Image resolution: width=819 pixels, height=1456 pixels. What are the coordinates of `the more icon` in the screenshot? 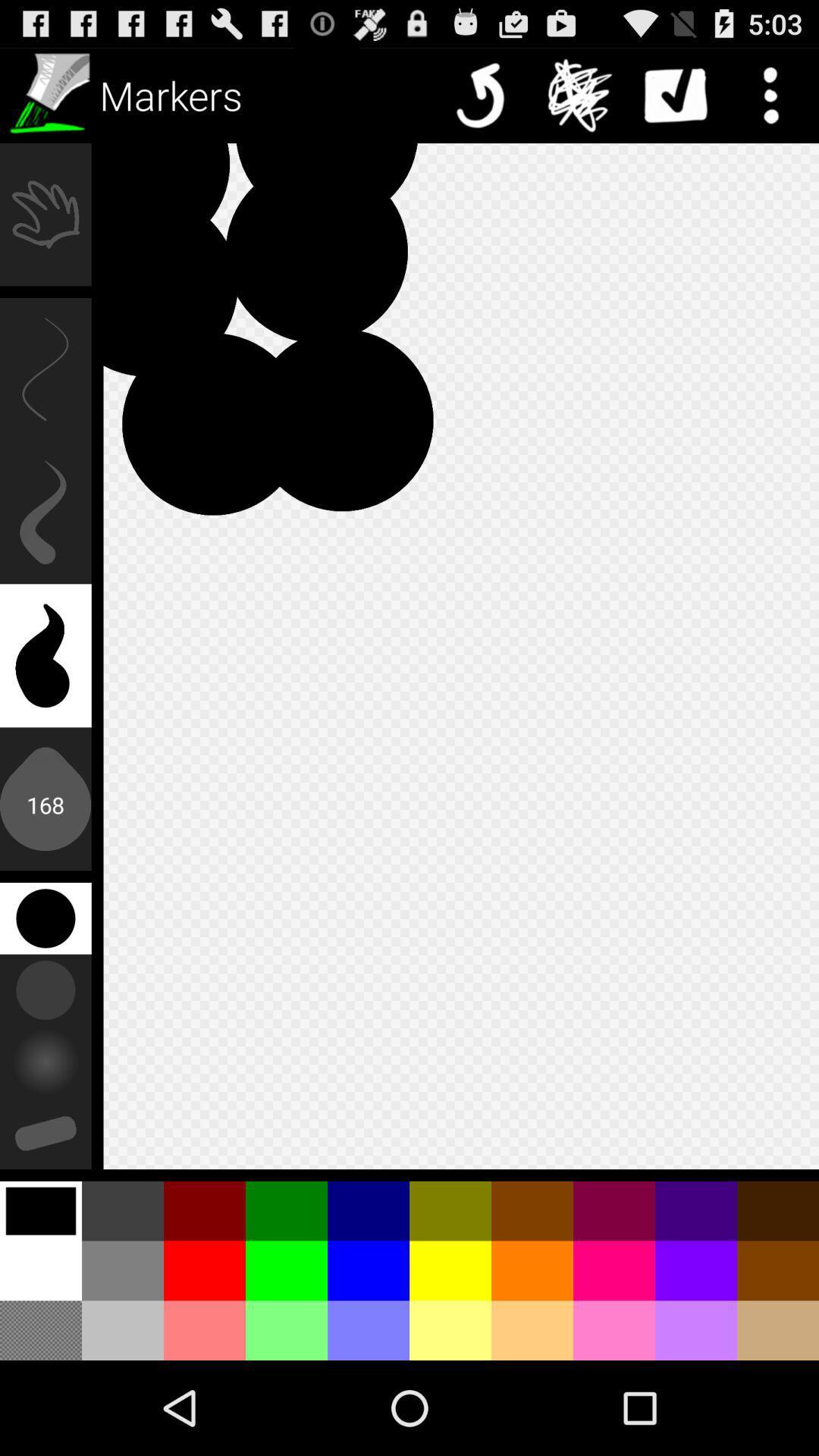 It's located at (771, 94).